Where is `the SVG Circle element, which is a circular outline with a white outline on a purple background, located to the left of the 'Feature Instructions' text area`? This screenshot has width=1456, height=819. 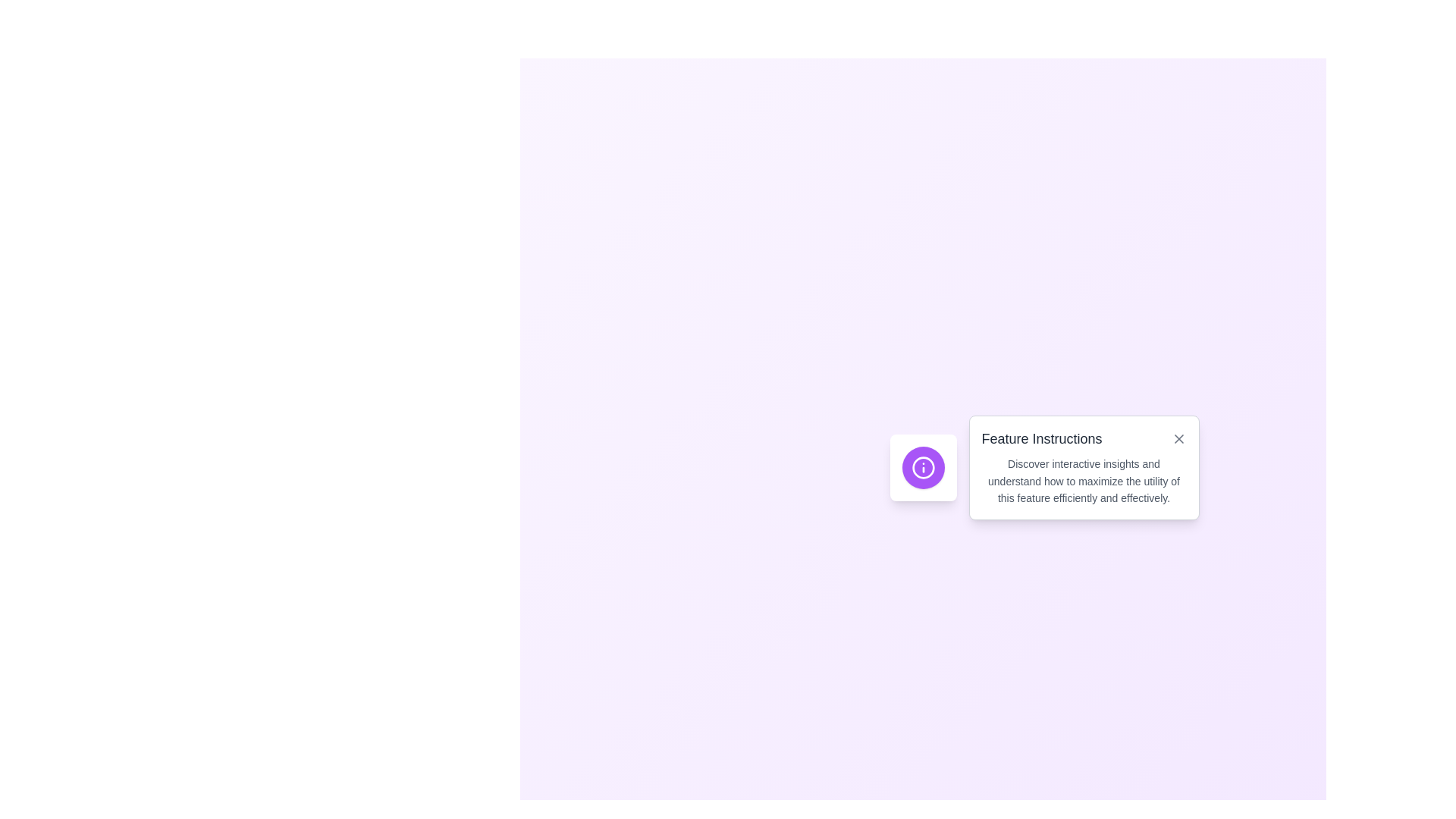 the SVG Circle element, which is a circular outline with a white outline on a purple background, located to the left of the 'Feature Instructions' text area is located at coordinates (922, 467).